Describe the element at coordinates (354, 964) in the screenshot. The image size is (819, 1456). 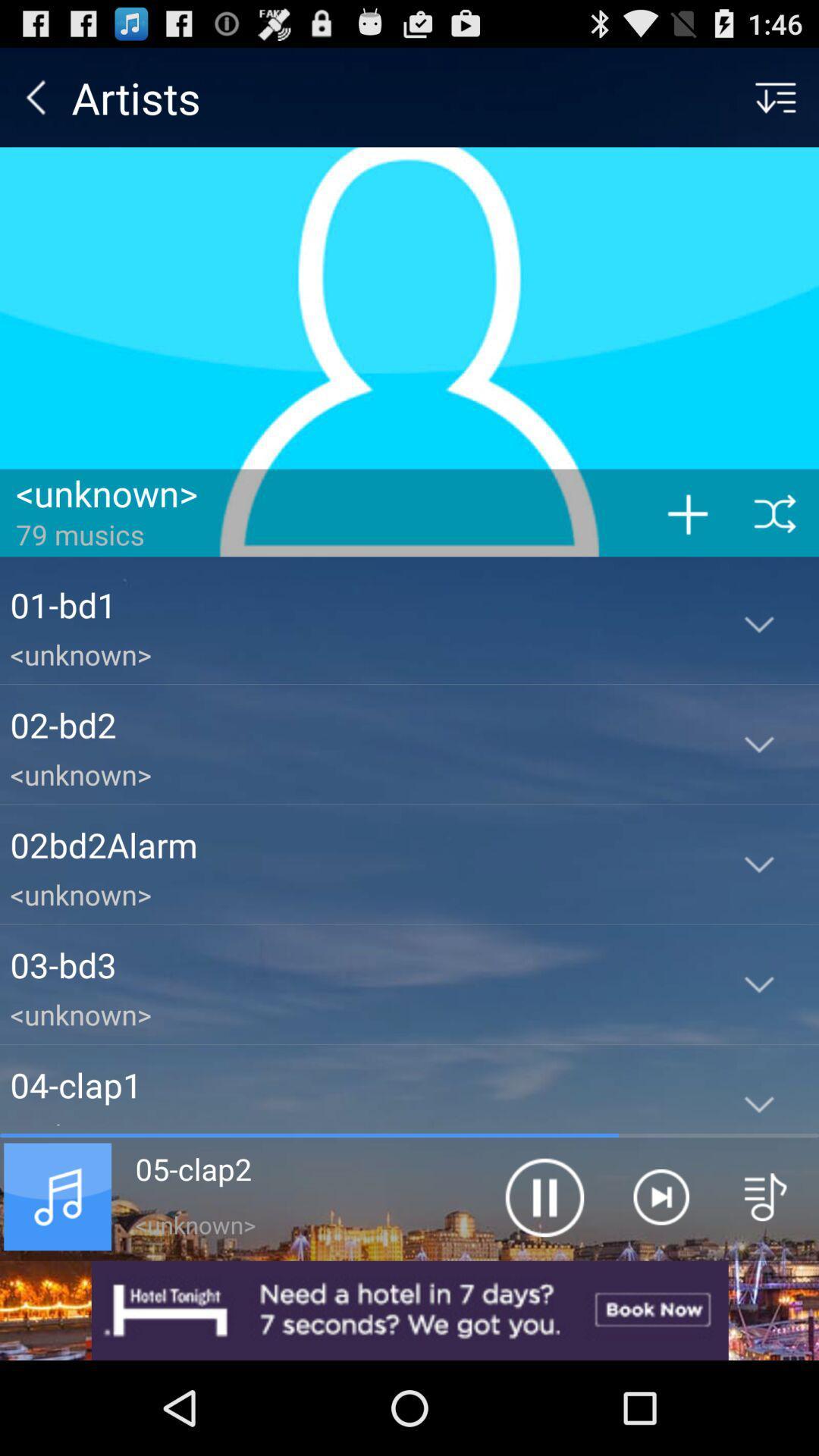
I see `03-bd3 icon` at that location.